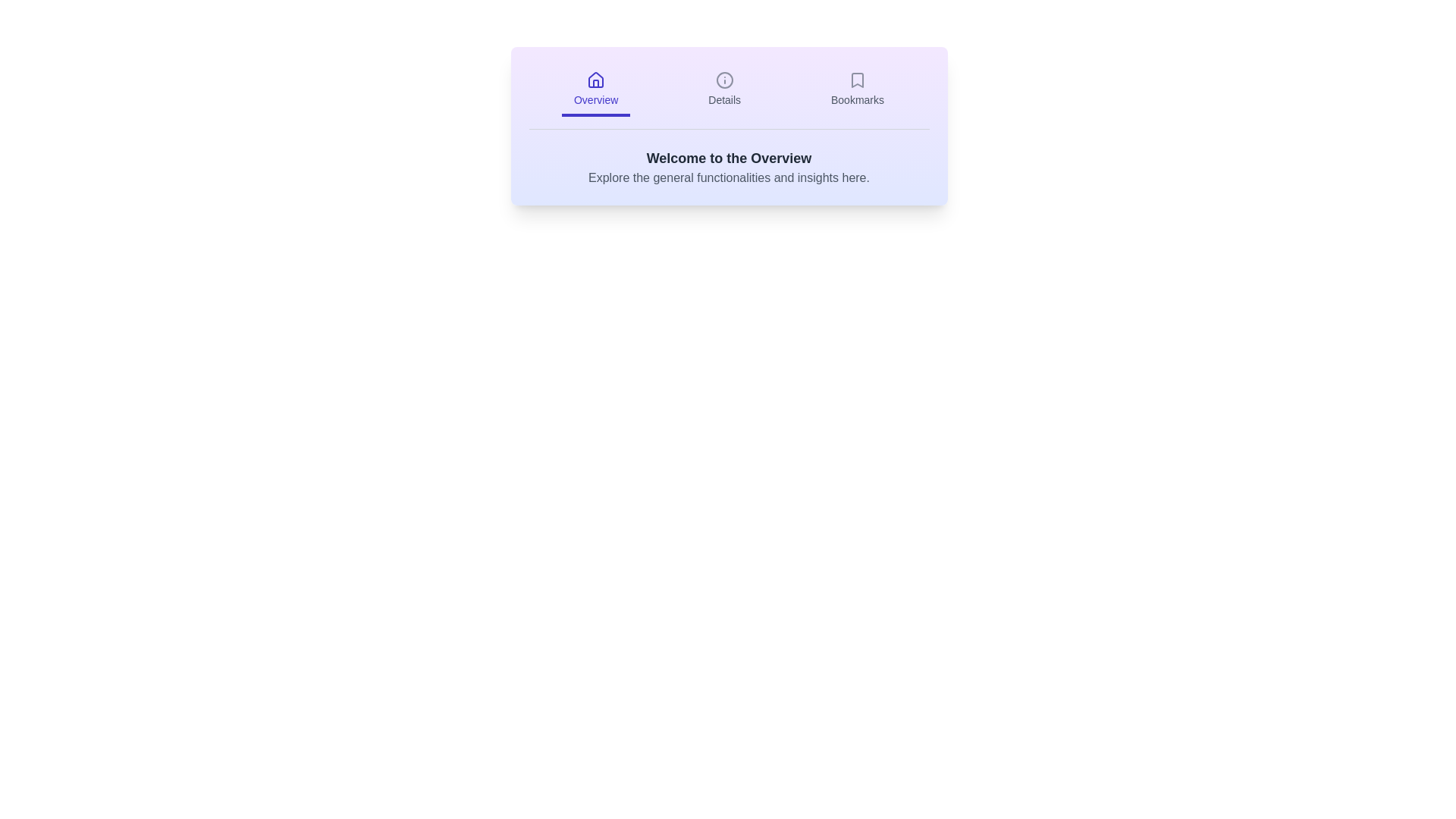  What do you see at coordinates (723, 80) in the screenshot?
I see `the circular icon with a centered 'i' symbol in a semi-transparent gray color located in the center of the 'Details' tab` at bounding box center [723, 80].